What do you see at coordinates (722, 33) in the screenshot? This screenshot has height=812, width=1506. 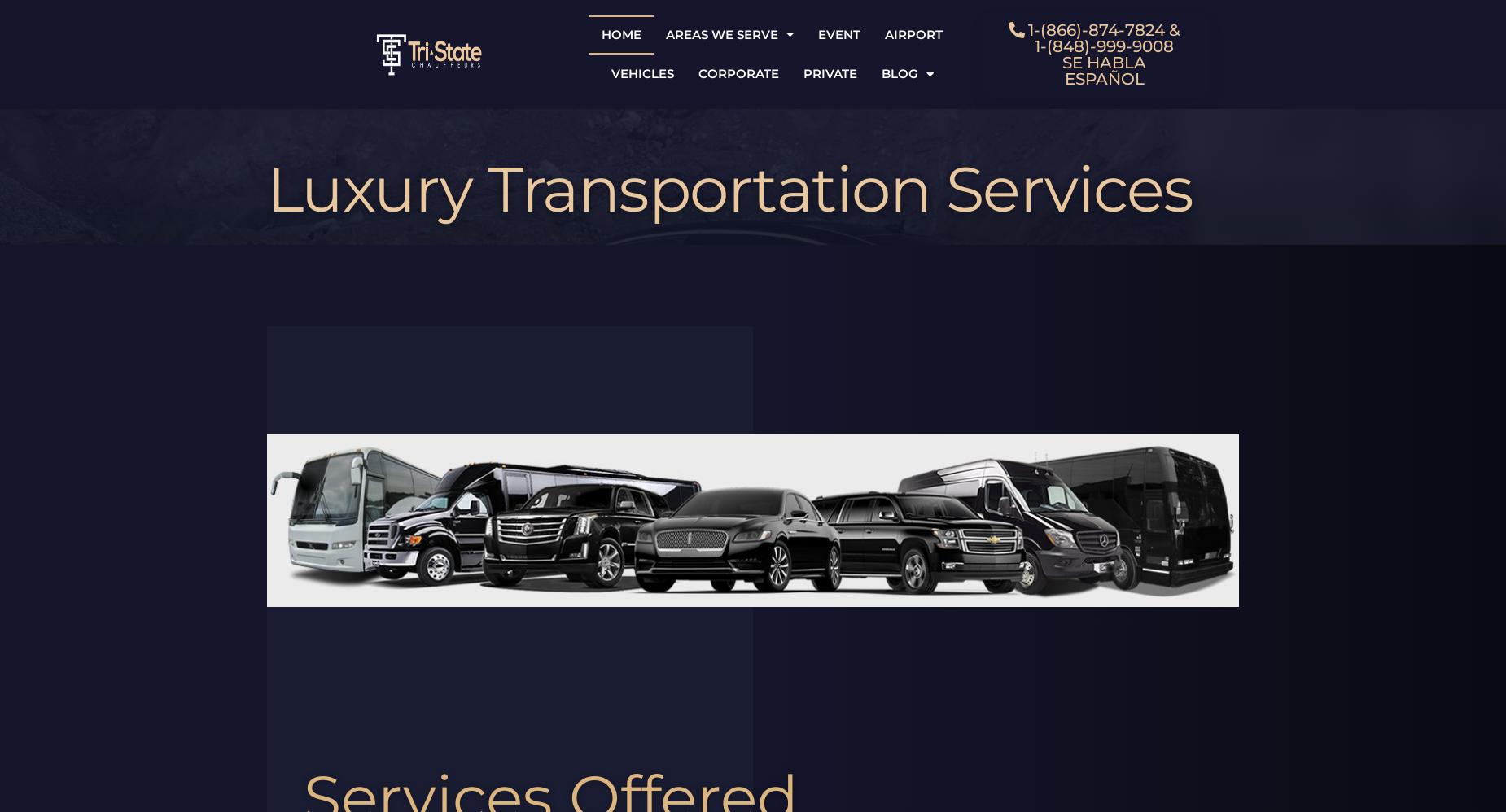 I see `'Areas we serve'` at bounding box center [722, 33].